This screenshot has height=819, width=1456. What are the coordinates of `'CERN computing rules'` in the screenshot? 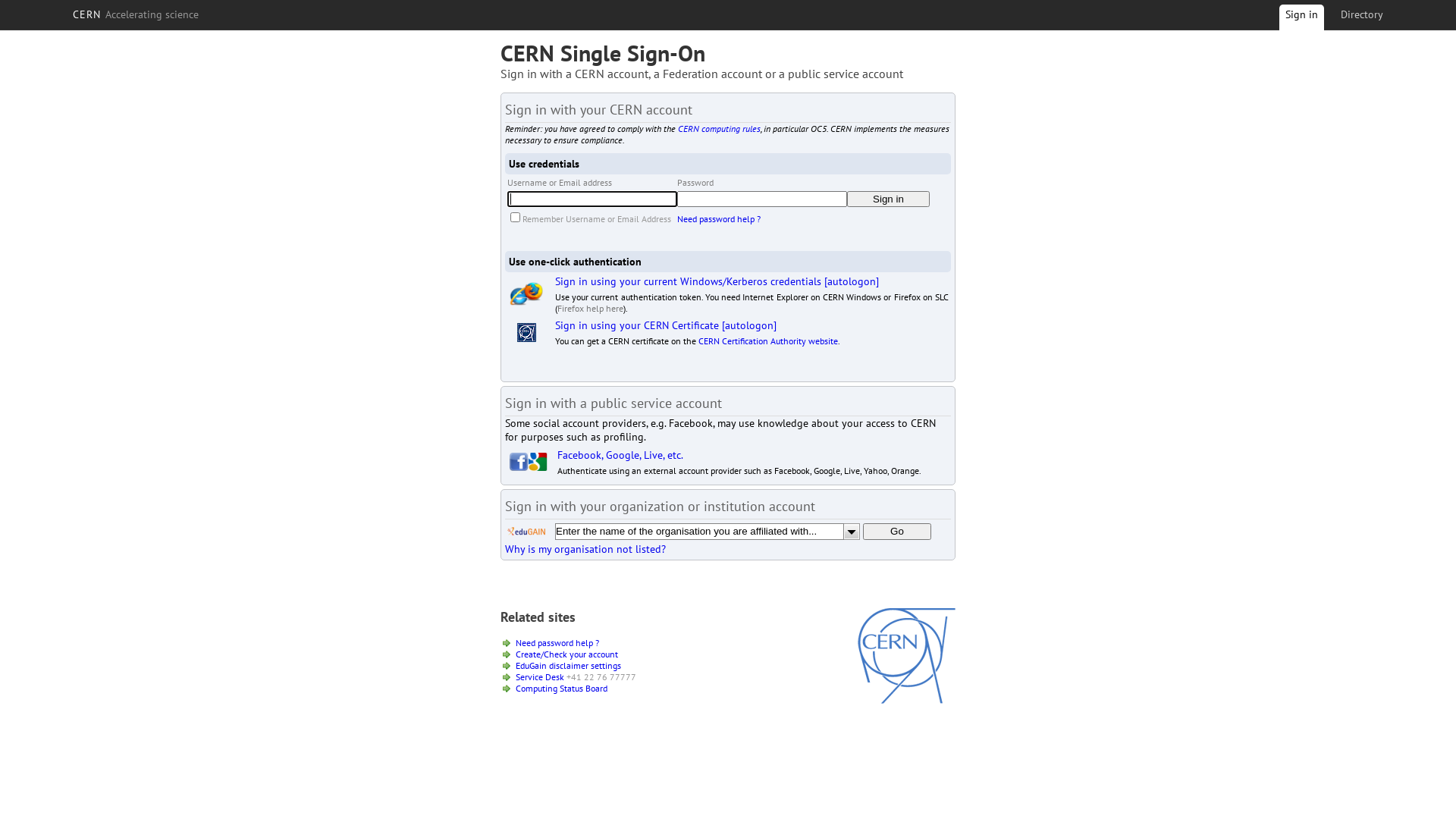 It's located at (718, 127).